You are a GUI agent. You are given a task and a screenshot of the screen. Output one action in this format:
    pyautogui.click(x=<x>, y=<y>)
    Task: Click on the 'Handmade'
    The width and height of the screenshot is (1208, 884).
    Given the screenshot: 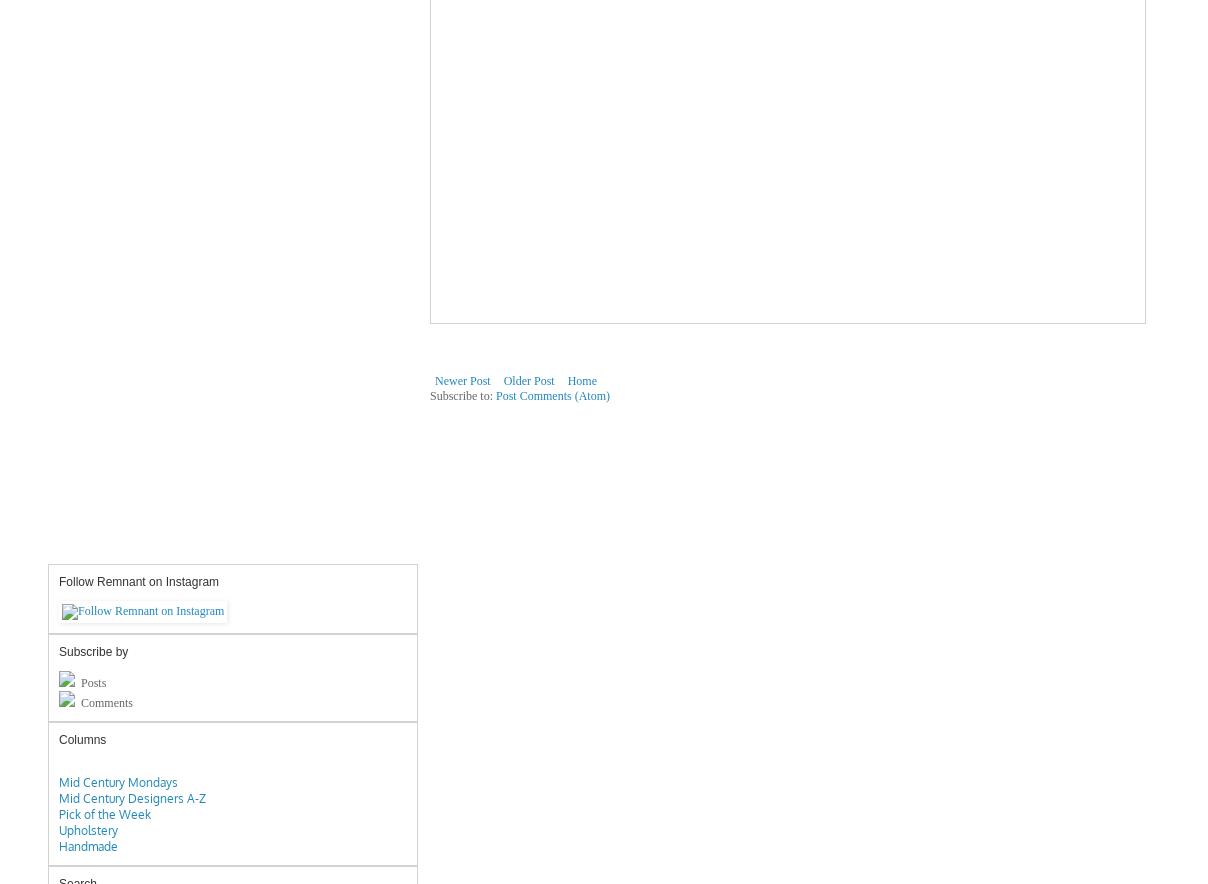 What is the action you would take?
    pyautogui.click(x=57, y=845)
    